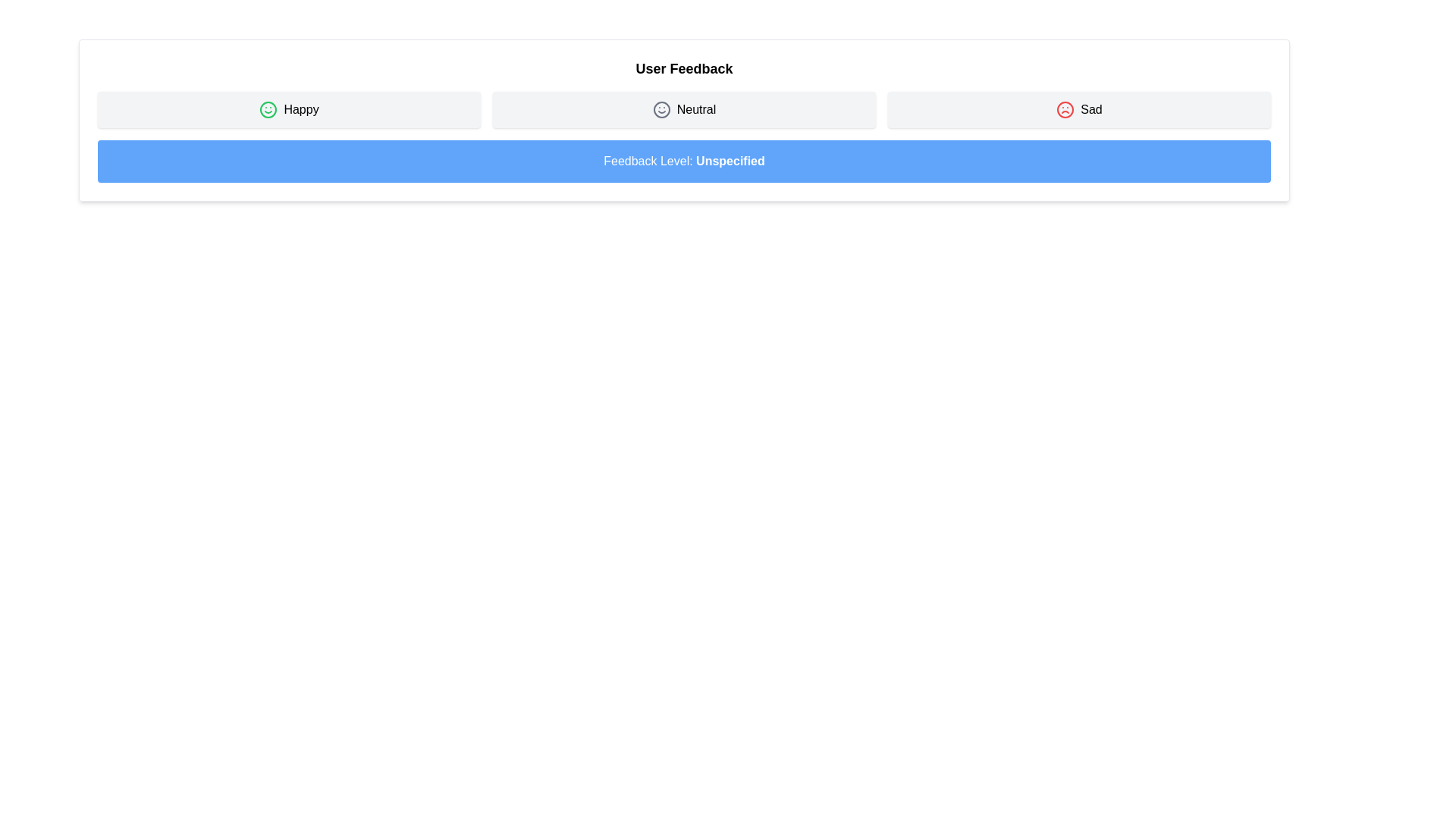 This screenshot has height=819, width=1456. Describe the element at coordinates (683, 69) in the screenshot. I see `text label 'User Feedback' which is bold, prominently sized, and centrally aligned at the top of the section above the emotion-related buttons` at that location.